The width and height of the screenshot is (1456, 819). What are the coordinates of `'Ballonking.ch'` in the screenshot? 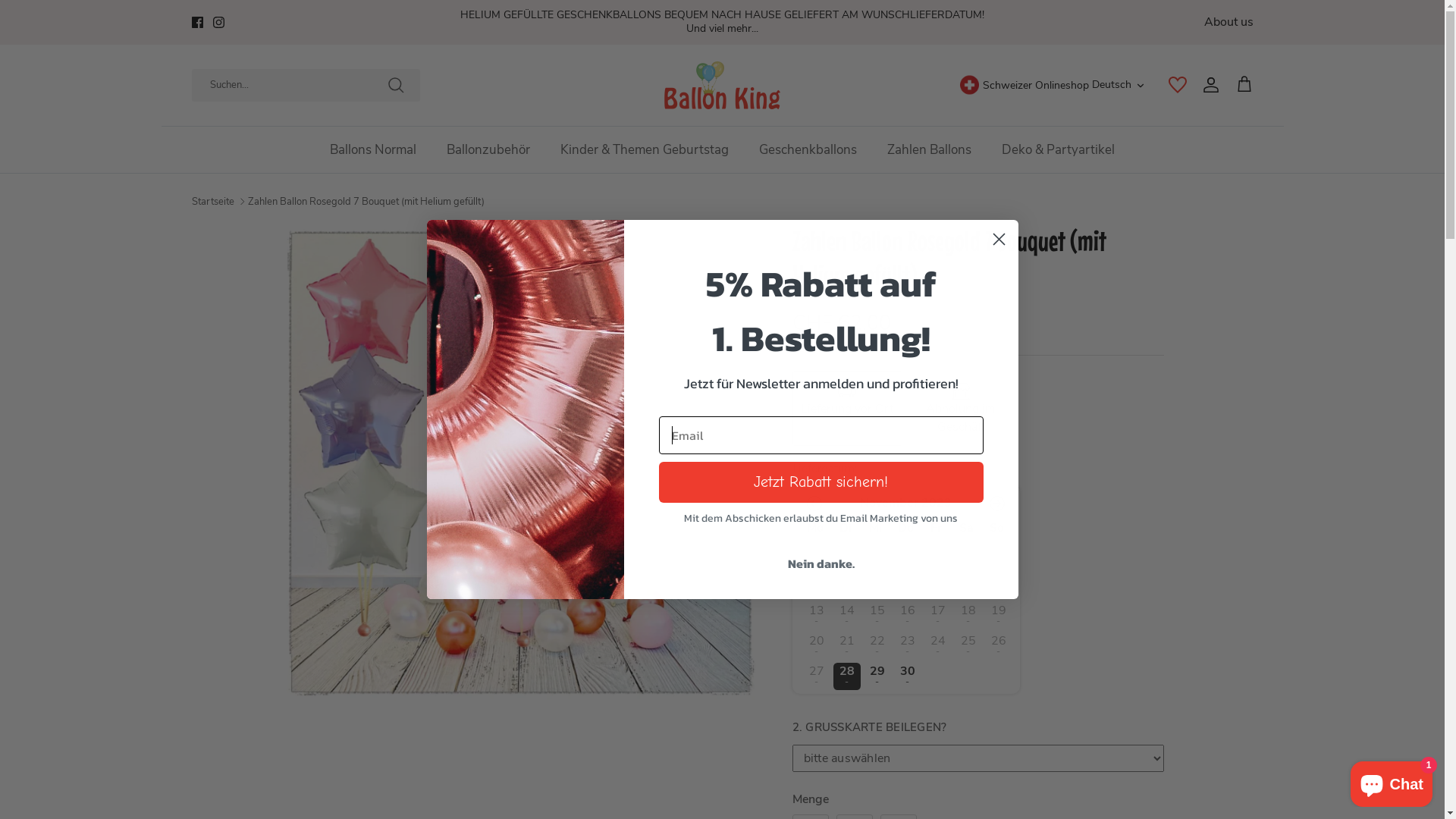 It's located at (721, 85).